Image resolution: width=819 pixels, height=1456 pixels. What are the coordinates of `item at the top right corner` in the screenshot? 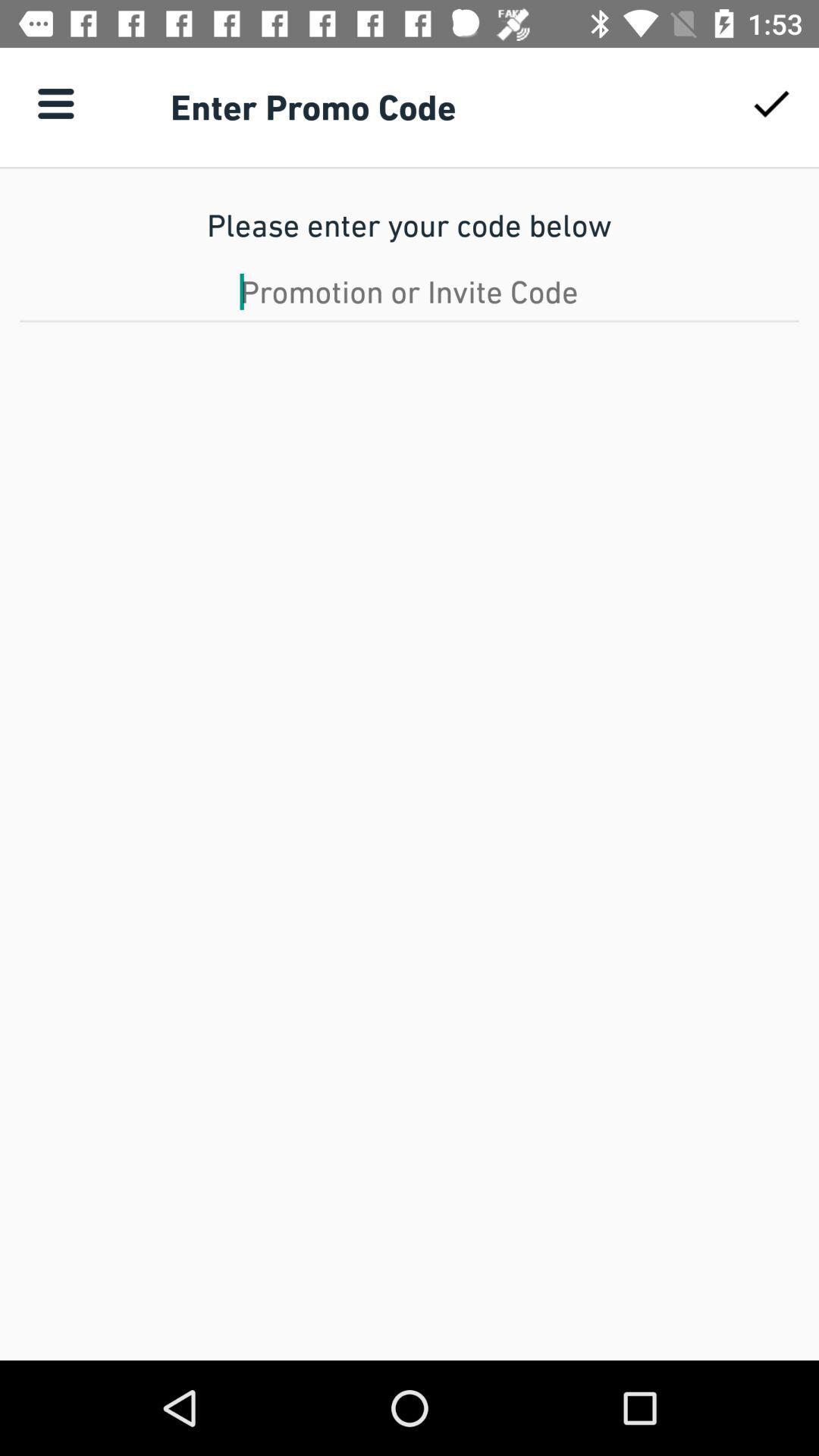 It's located at (771, 102).